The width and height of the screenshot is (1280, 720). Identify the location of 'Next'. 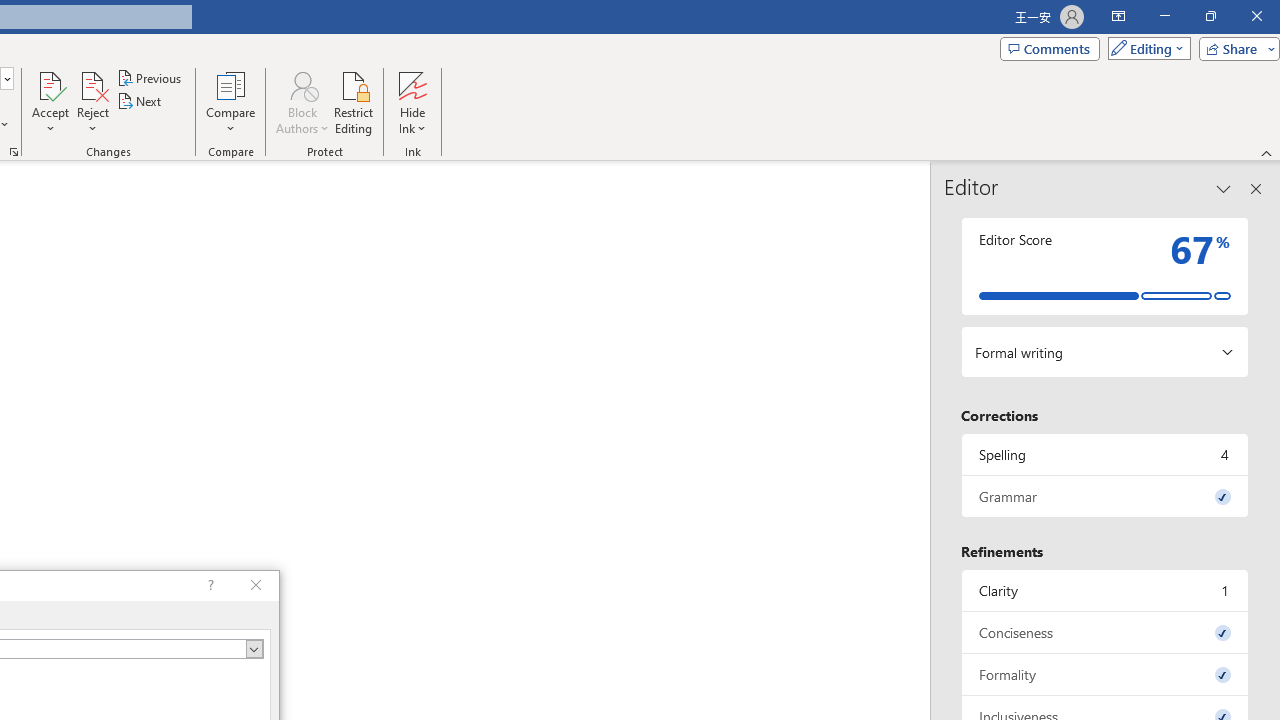
(139, 101).